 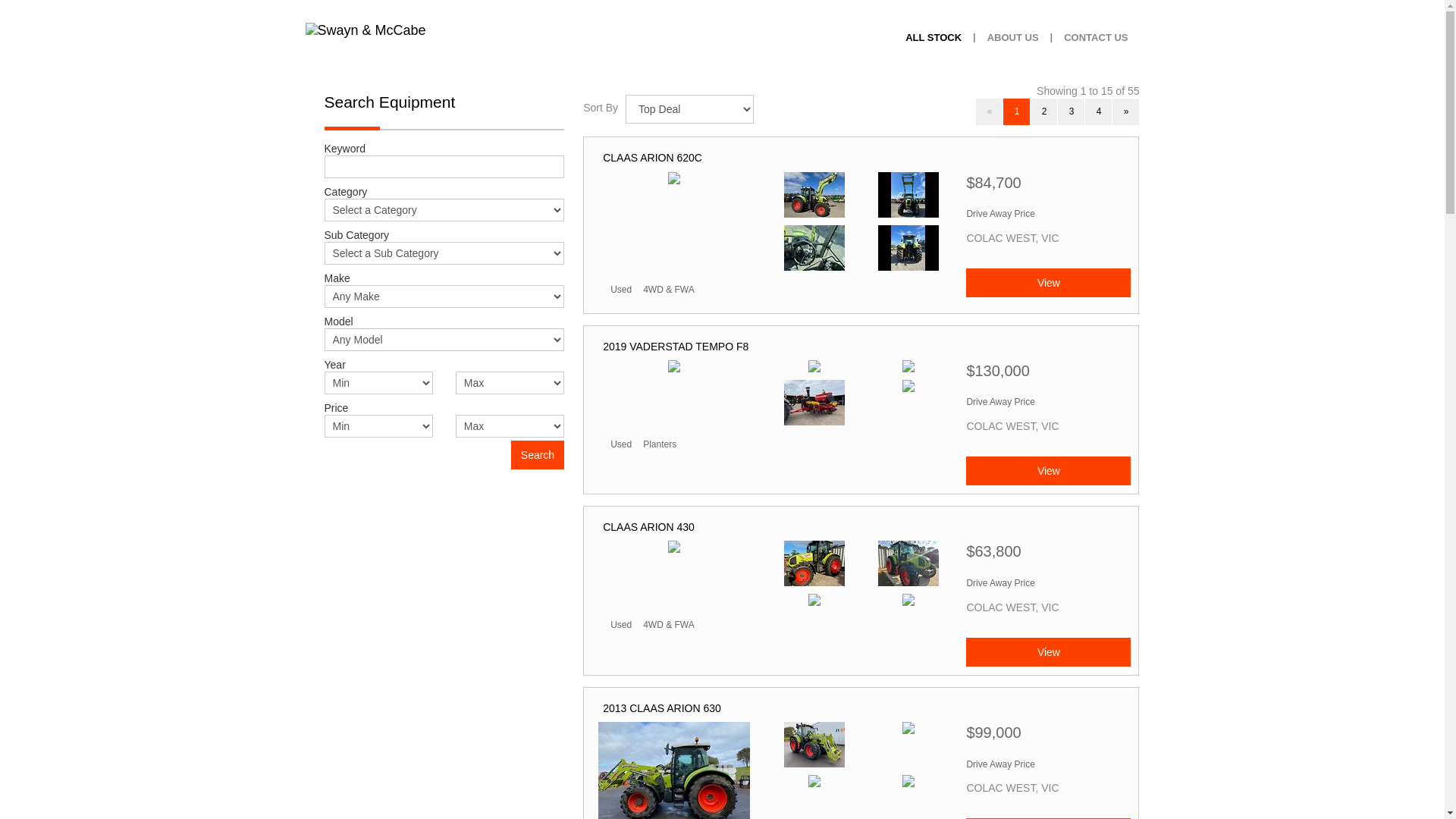 What do you see at coordinates (538, 454) in the screenshot?
I see `'Search'` at bounding box center [538, 454].